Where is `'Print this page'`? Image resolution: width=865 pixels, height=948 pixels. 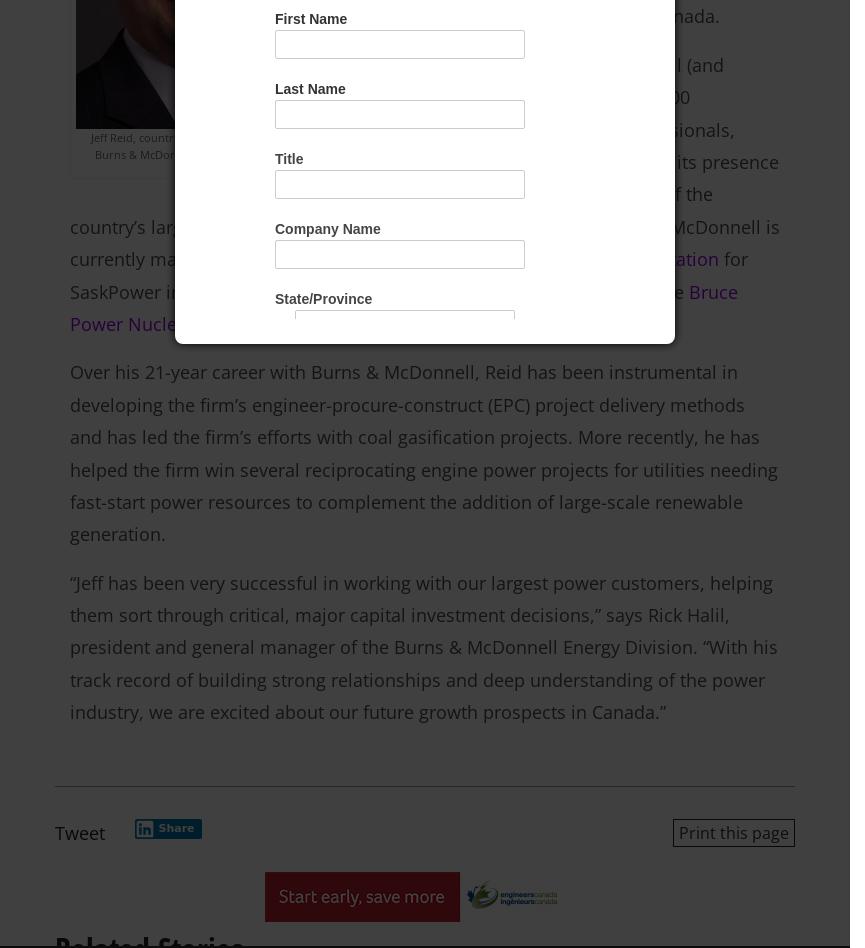
'Print this page' is located at coordinates (733, 830).